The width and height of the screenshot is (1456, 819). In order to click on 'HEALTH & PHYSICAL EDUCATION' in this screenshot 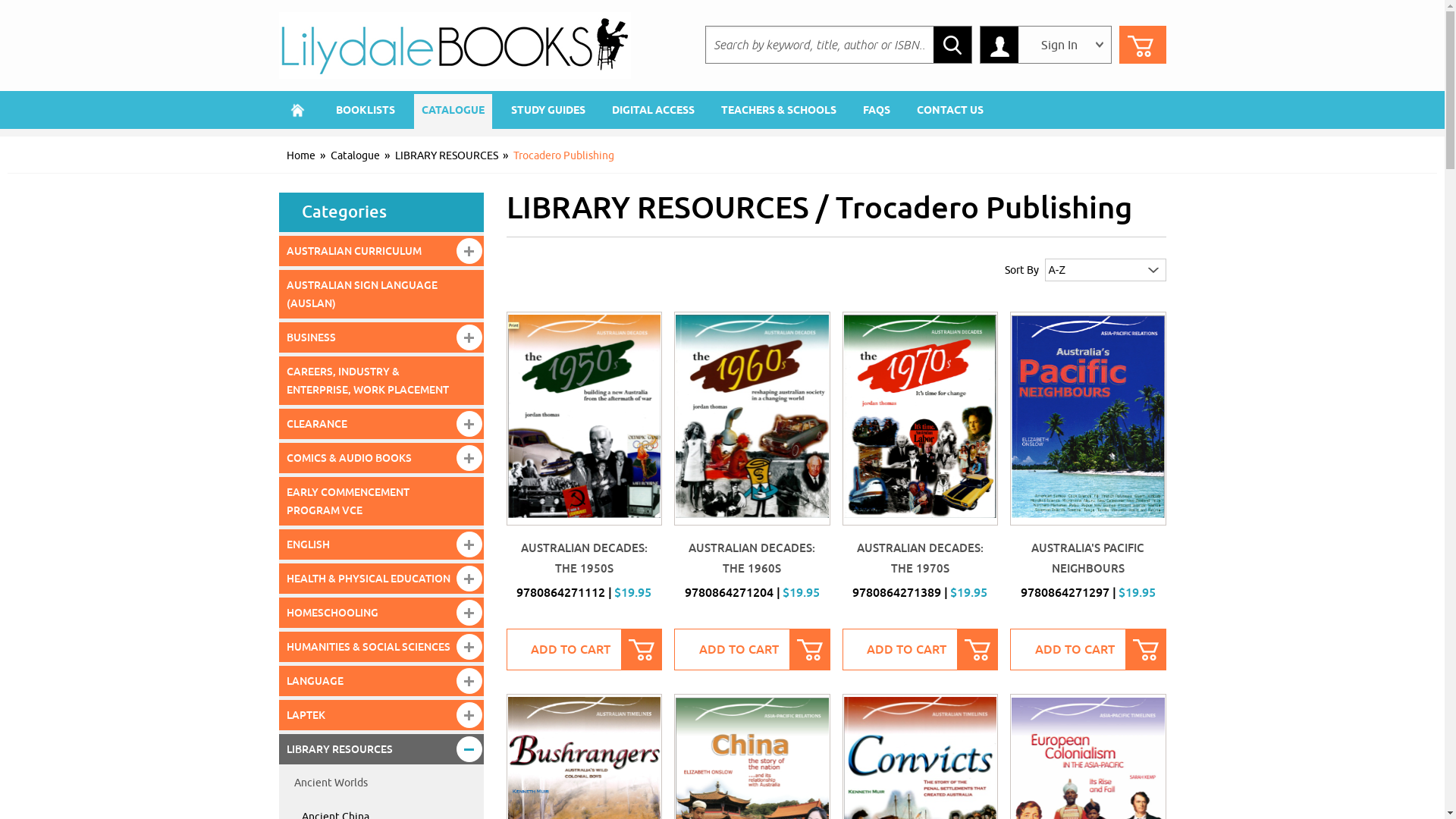, I will do `click(381, 579)`.